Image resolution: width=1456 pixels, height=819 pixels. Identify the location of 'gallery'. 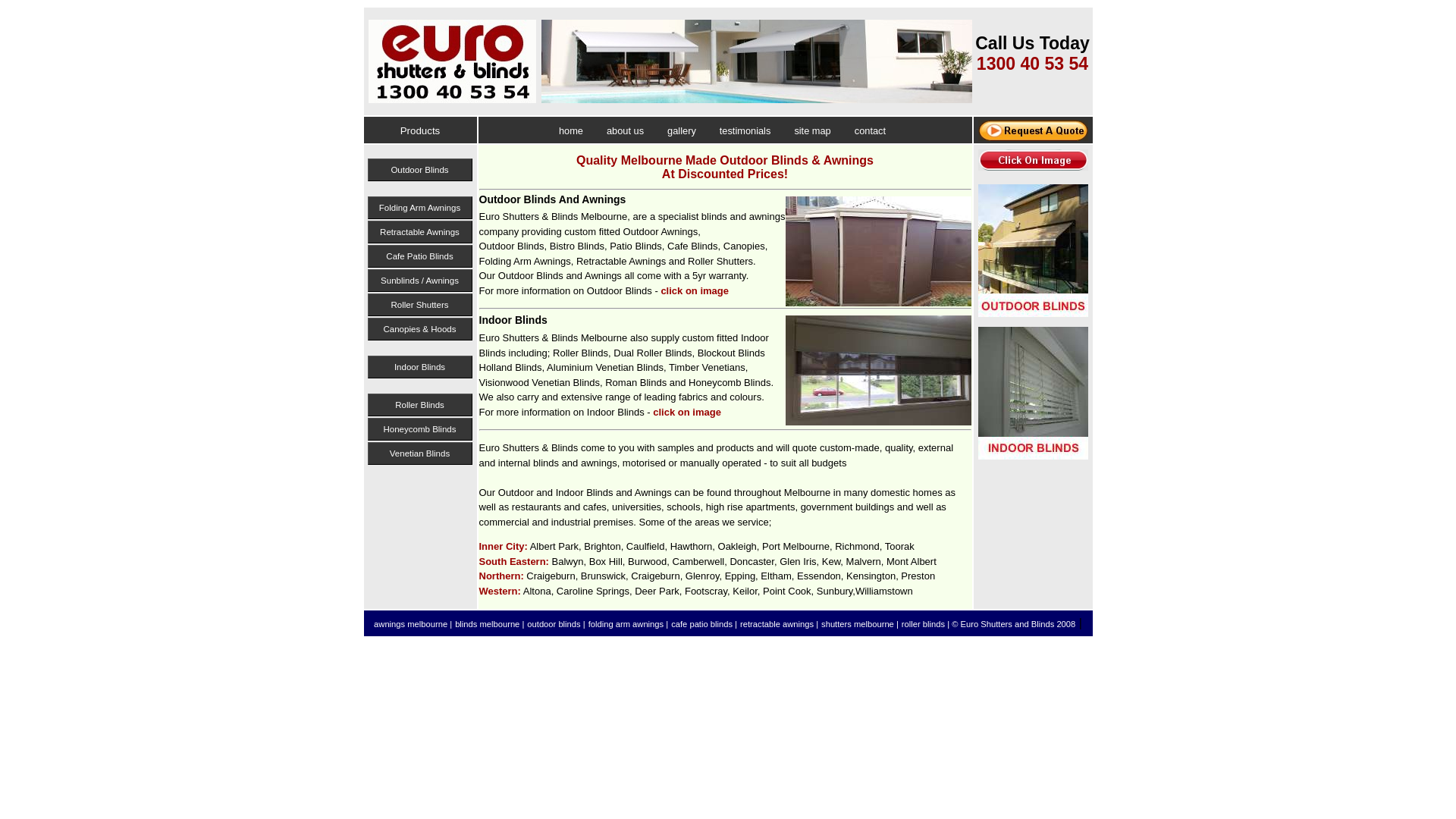
(680, 129).